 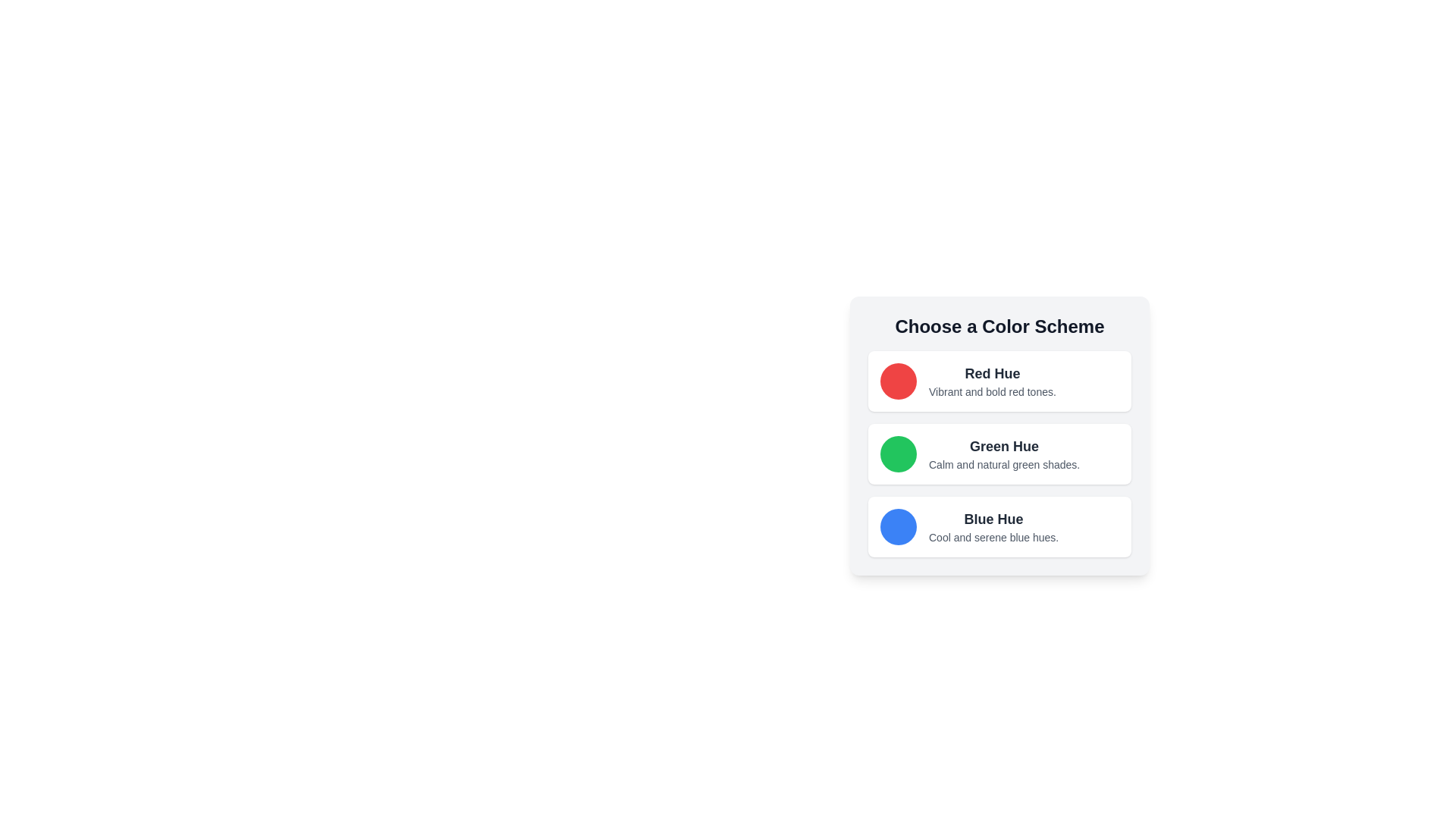 I want to click on the descriptive text block for the 'Blue Hue' color scheme option, which is the third option in the list, positioned under 'Green Hue' and to the right of a blue circular icon, so click(x=993, y=526).